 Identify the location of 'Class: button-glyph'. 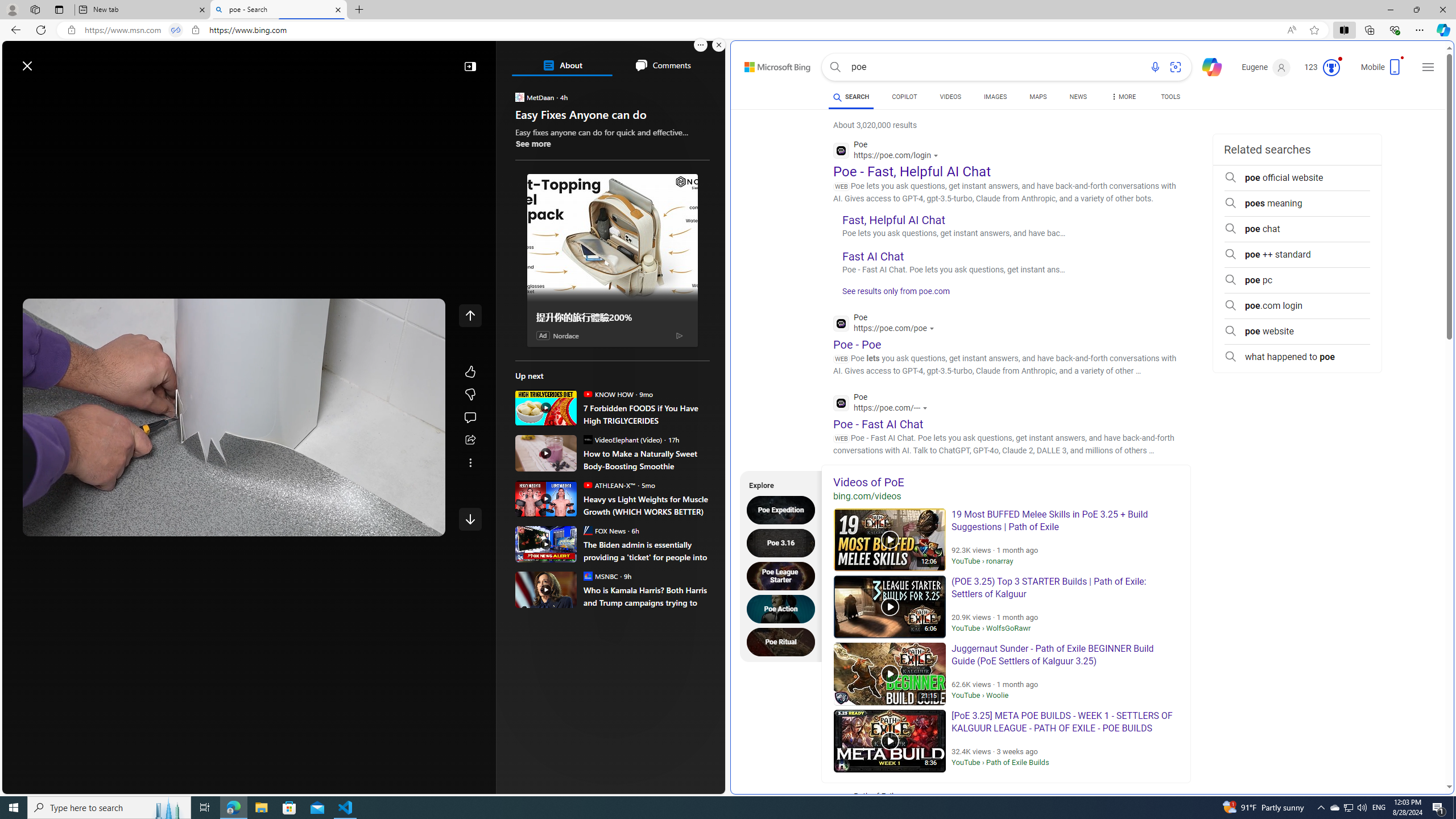
(16, 92).